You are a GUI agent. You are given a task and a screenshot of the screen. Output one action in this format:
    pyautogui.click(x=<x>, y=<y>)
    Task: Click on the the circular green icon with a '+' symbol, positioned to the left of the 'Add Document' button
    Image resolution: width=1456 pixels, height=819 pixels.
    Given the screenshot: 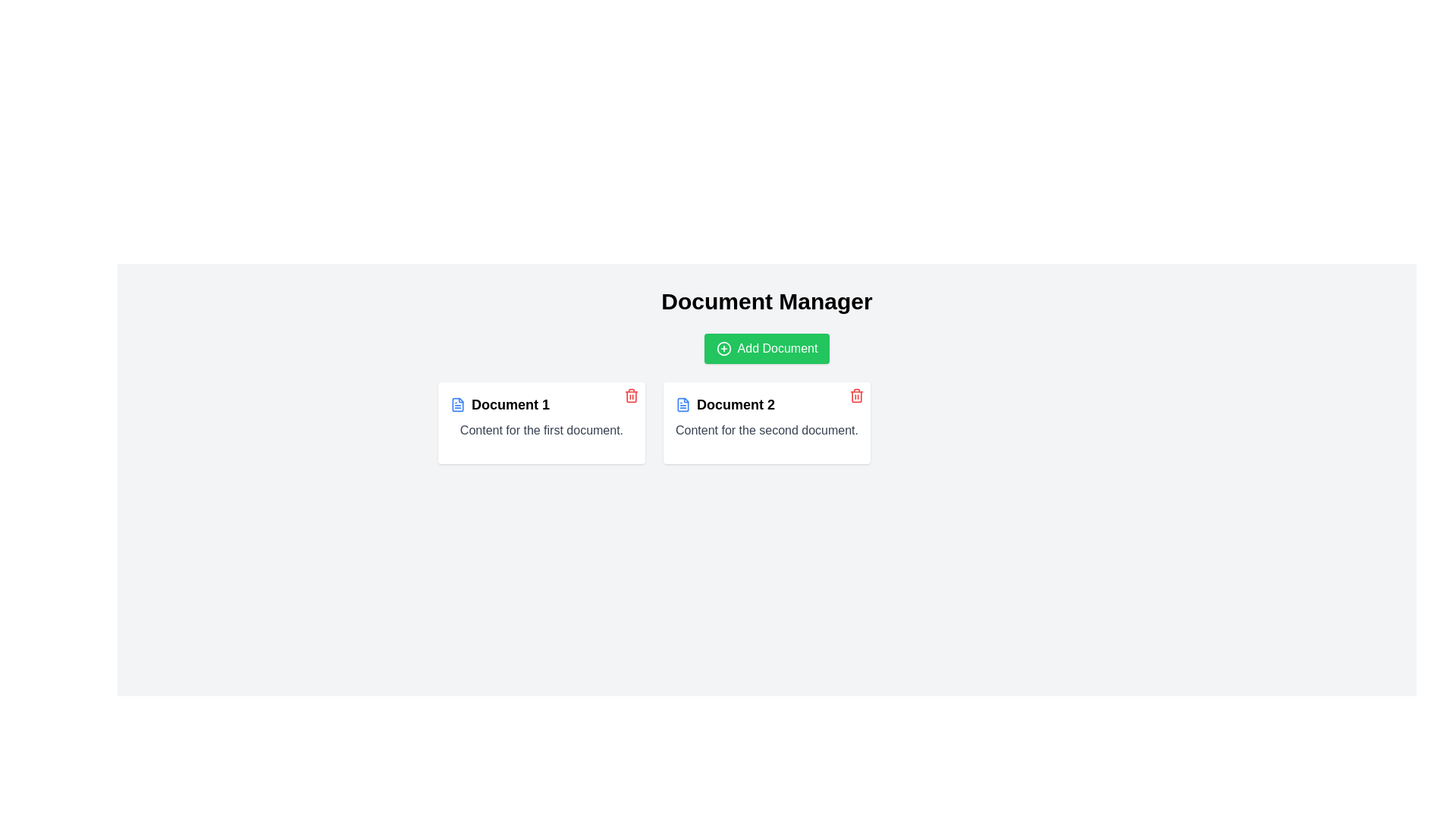 What is the action you would take?
    pyautogui.click(x=723, y=348)
    